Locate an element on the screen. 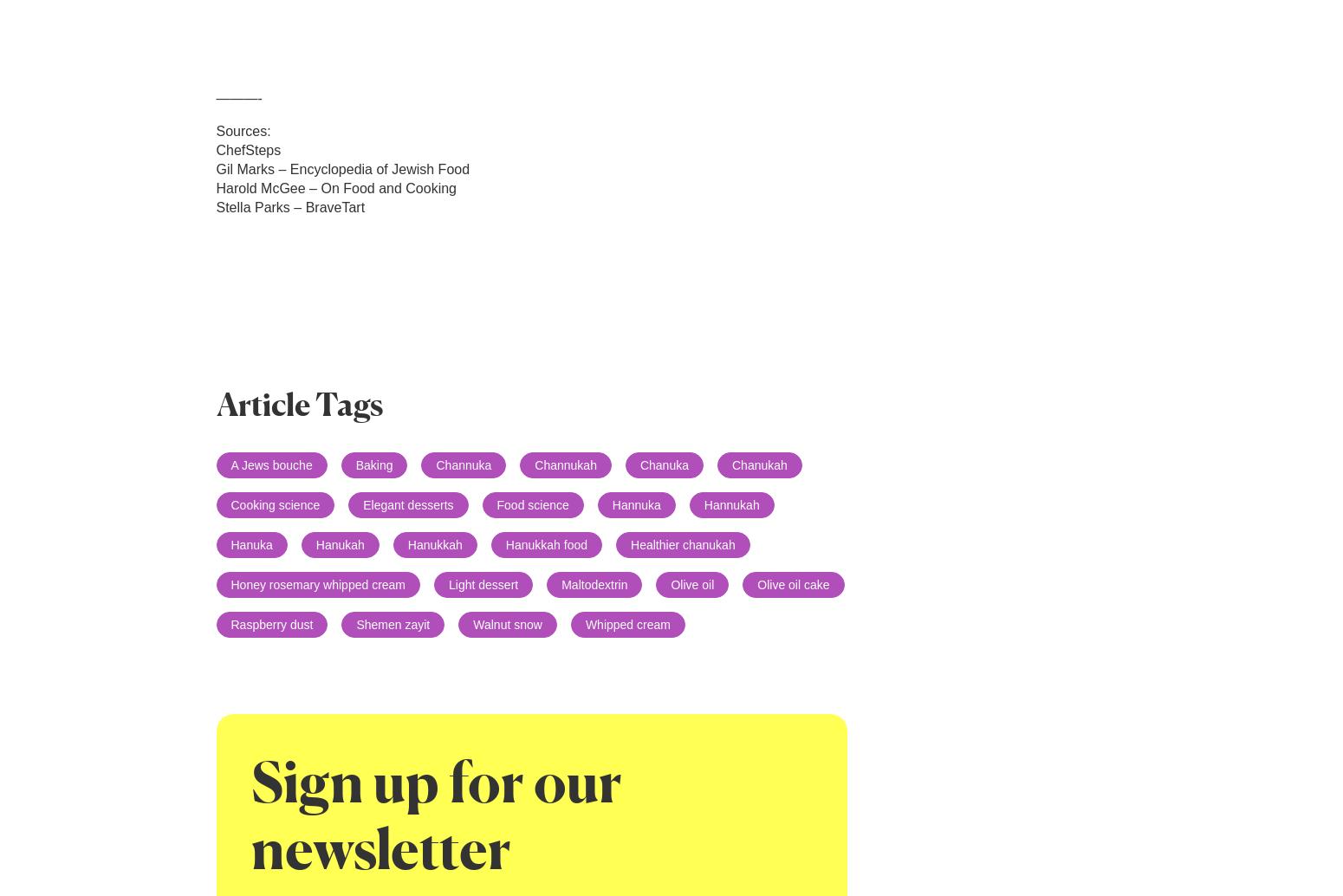  'Elegant desserts' is located at coordinates (407, 504).